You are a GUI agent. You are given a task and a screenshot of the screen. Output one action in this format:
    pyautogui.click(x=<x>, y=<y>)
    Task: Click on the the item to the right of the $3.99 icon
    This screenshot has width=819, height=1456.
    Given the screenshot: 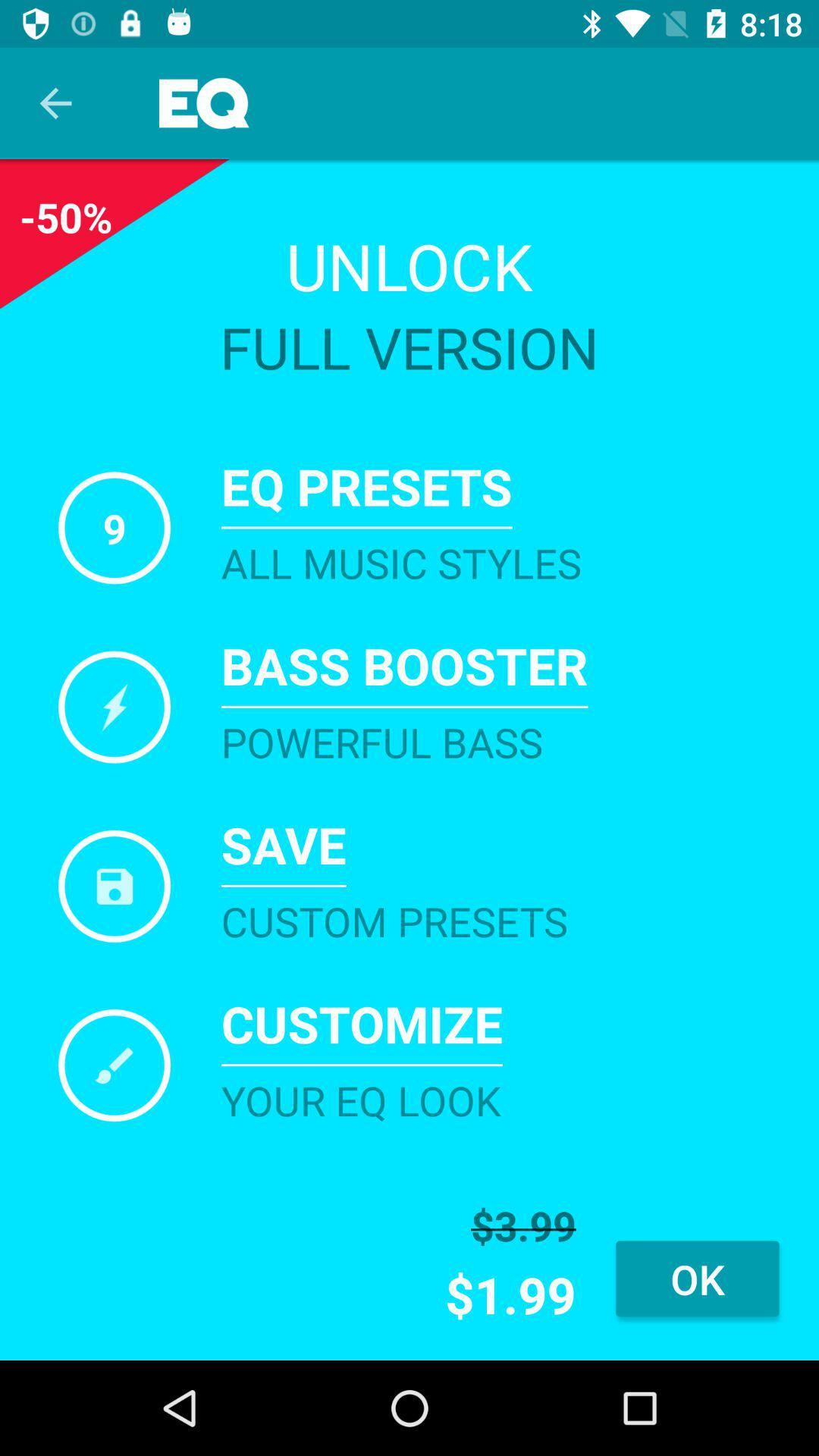 What is the action you would take?
    pyautogui.click(x=697, y=1278)
    